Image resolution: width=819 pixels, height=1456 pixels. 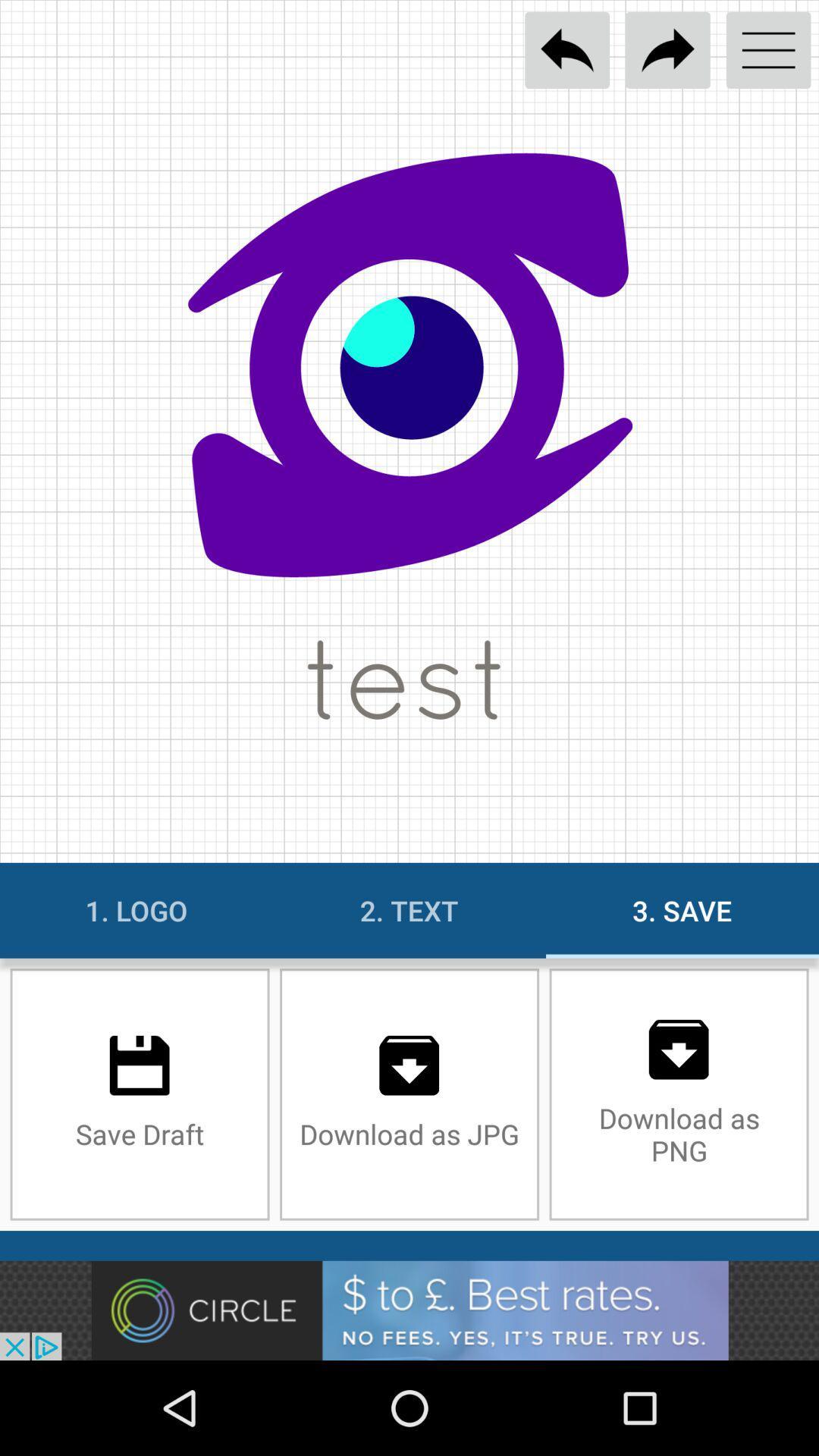 I want to click on backward, so click(x=567, y=50).